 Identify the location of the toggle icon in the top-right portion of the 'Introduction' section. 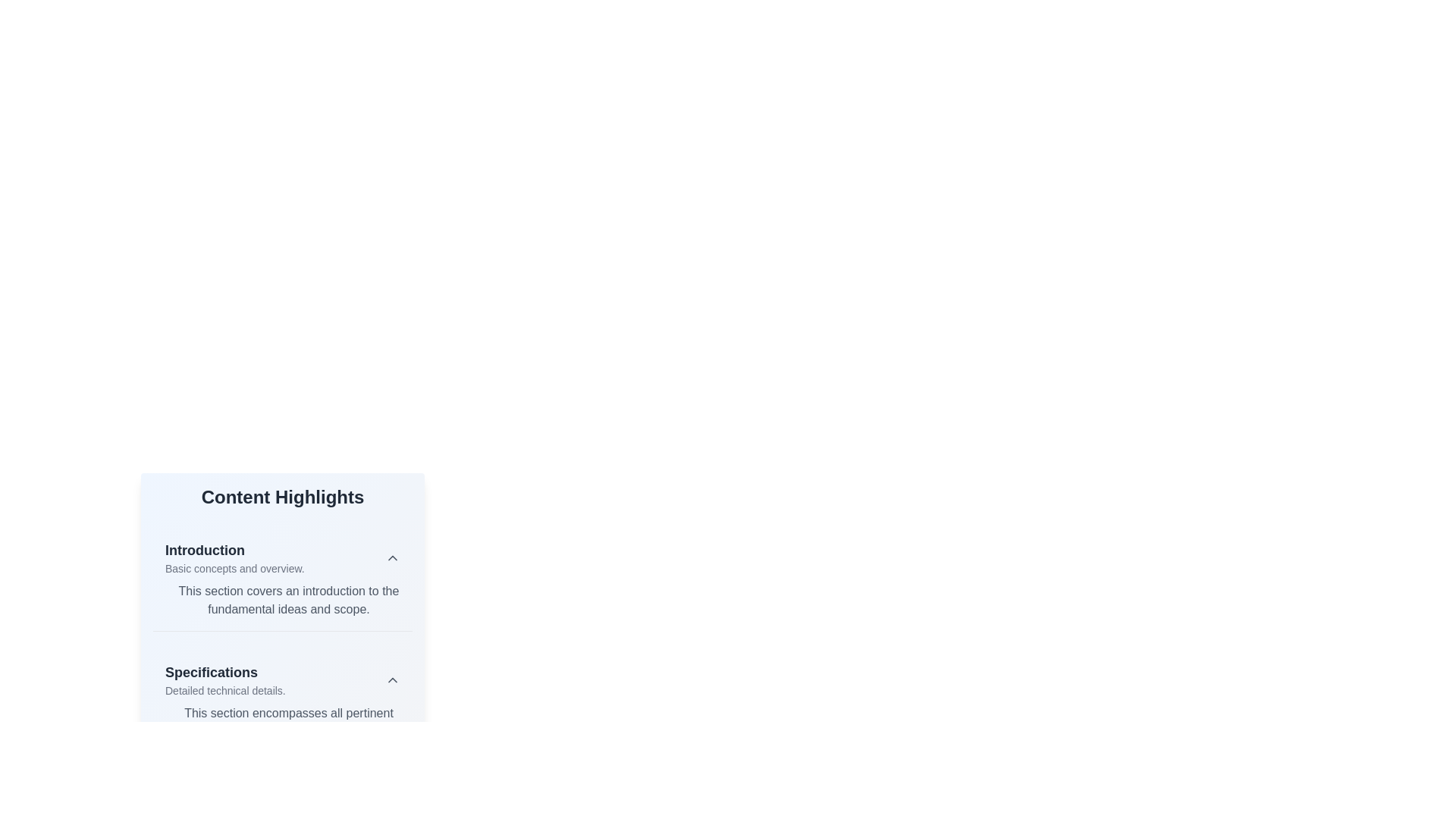
(393, 558).